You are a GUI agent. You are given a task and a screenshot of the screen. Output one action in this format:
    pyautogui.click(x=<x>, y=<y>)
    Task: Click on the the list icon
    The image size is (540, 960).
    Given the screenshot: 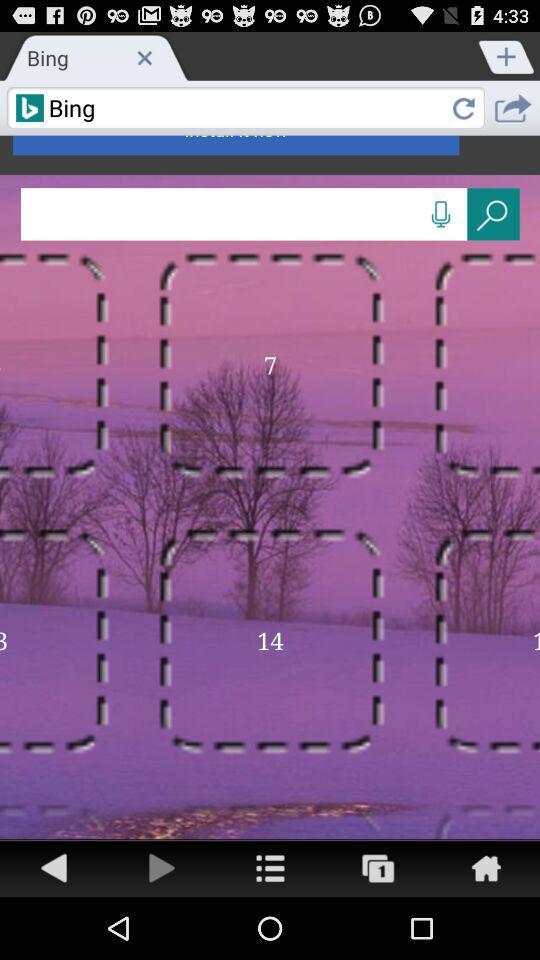 What is the action you would take?
    pyautogui.click(x=270, y=928)
    